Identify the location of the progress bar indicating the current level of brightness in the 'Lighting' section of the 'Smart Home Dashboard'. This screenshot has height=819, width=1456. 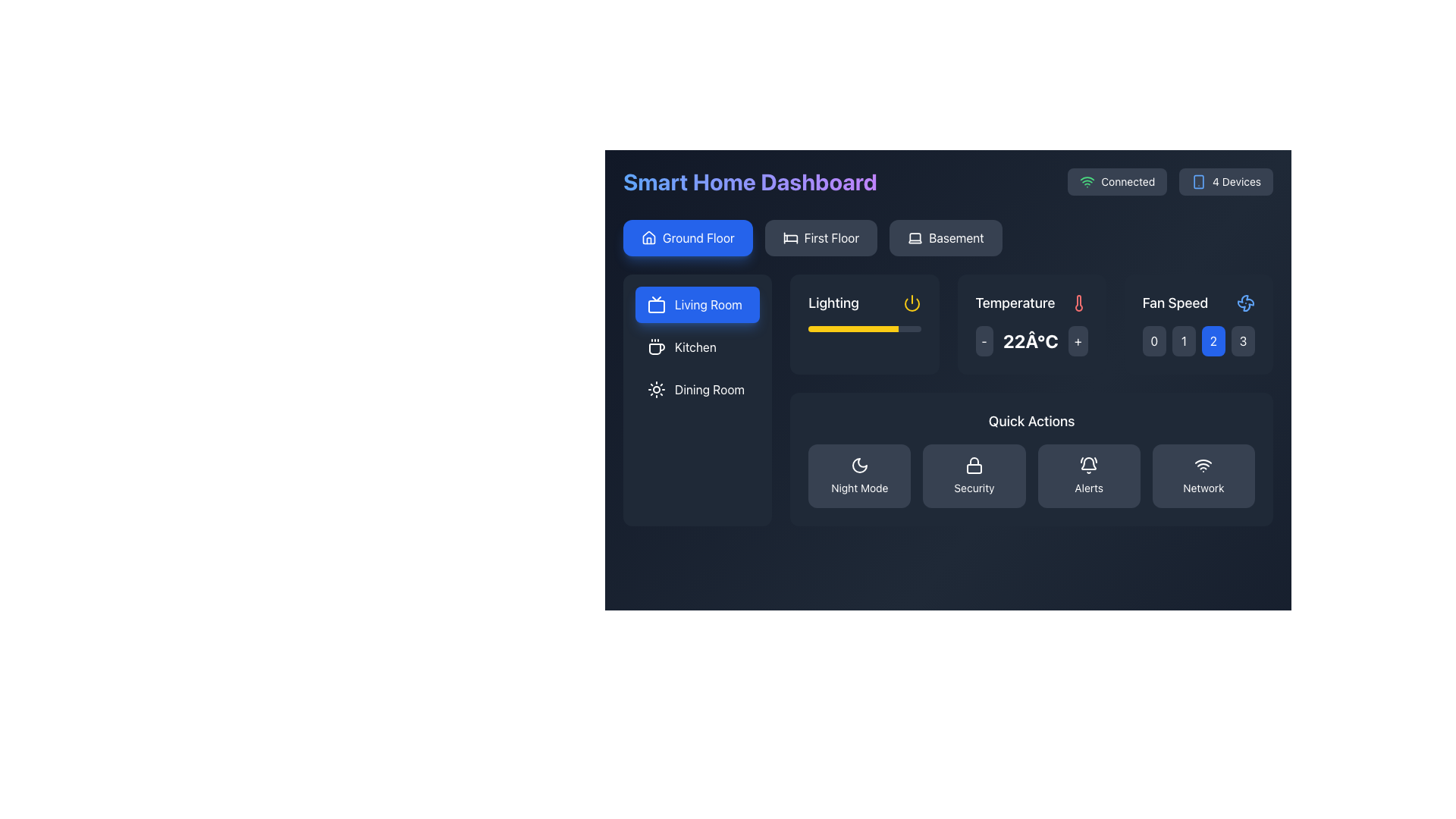
(864, 328).